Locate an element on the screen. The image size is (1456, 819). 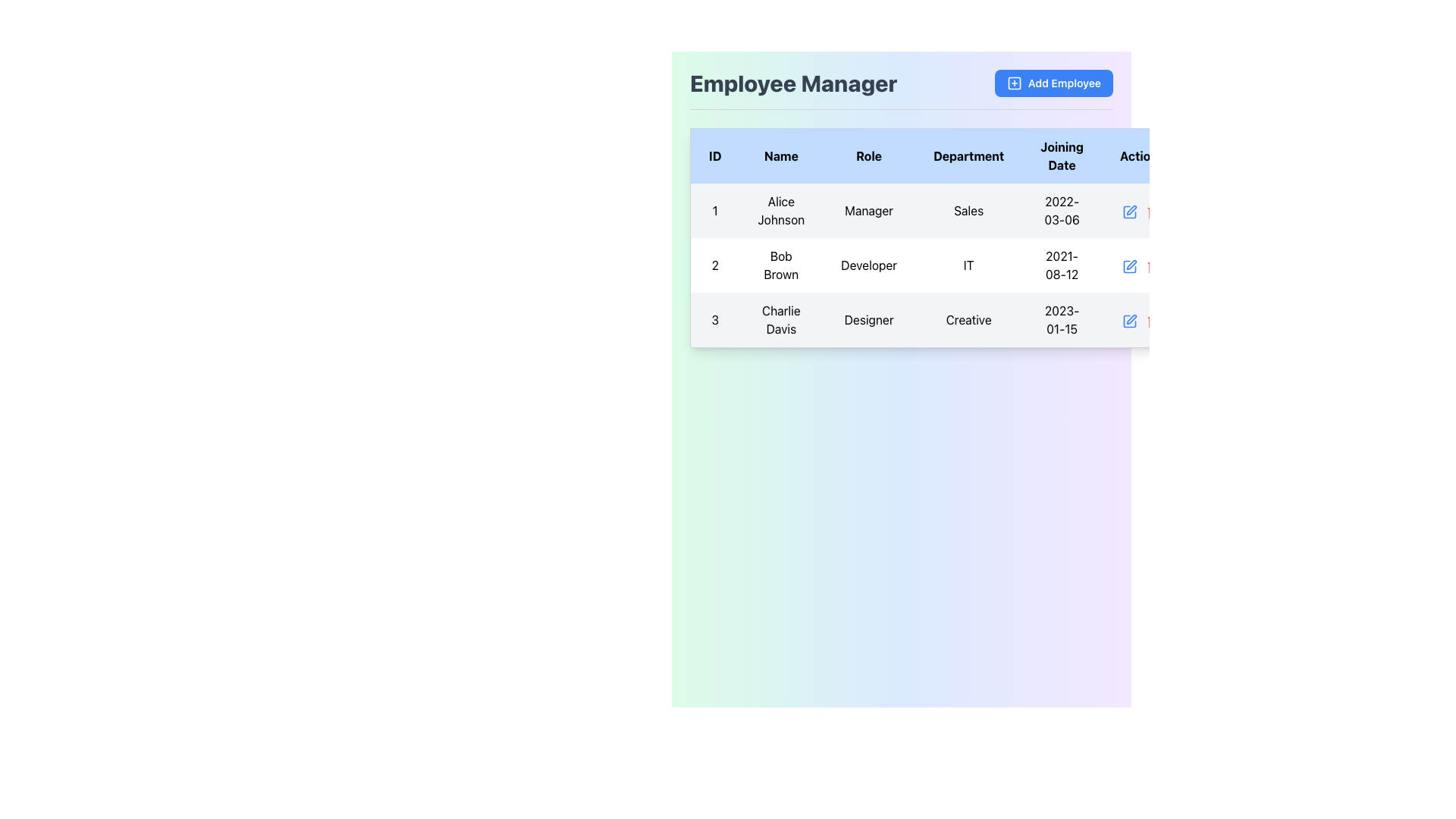
the table row displaying information about the employee Bob Brown, which includes their role, department, and joining date, located in the second row of the table is located at coordinates (936, 265).